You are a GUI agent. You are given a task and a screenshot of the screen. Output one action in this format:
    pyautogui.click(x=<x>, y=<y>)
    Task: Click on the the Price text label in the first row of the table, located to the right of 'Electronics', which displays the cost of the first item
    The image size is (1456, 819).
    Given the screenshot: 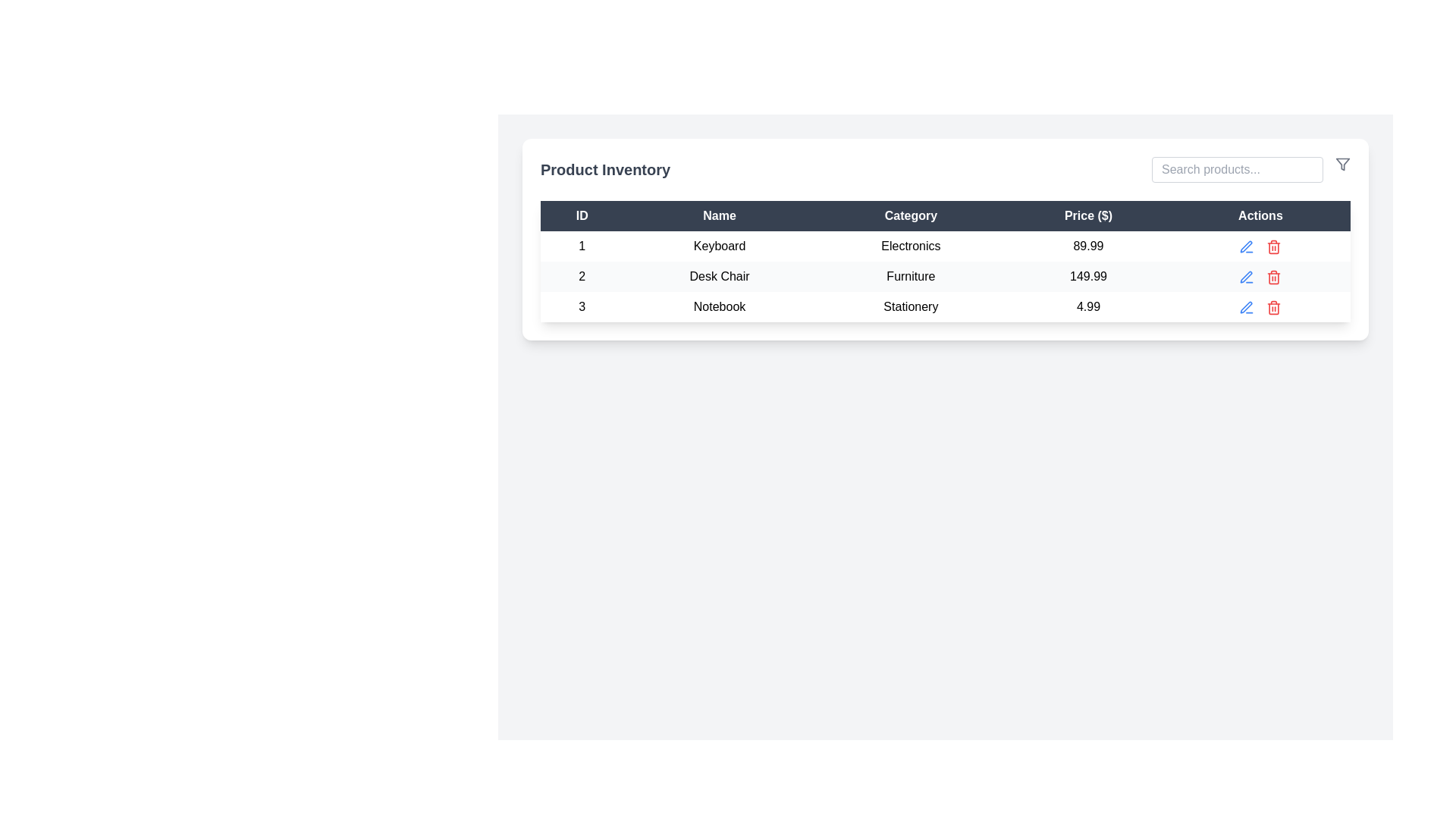 What is the action you would take?
    pyautogui.click(x=1087, y=245)
    